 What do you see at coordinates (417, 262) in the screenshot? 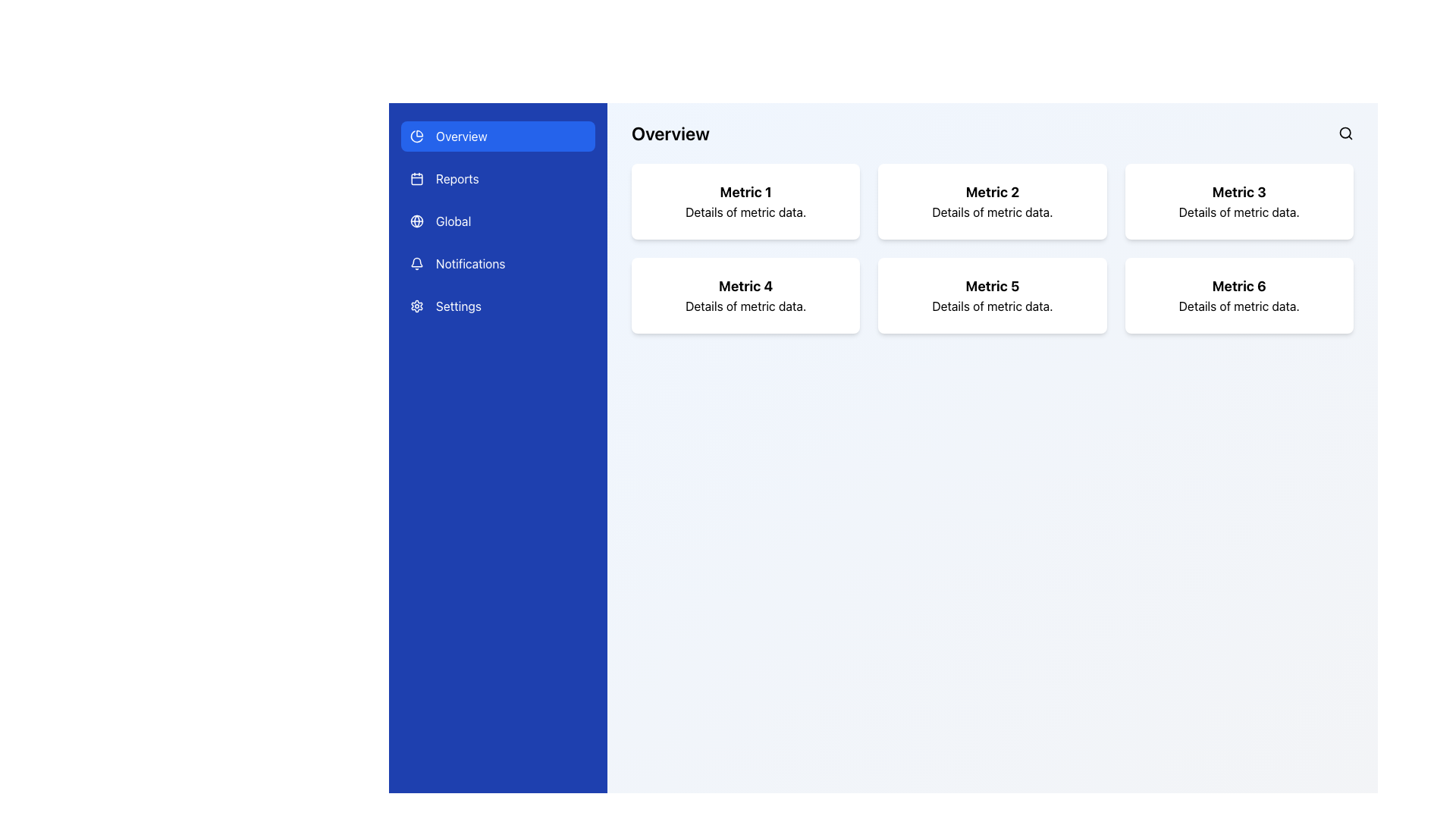
I see `the bell icon, which is a minimalist outline design in white on a blue background, located in the left navigation panel under the 'Notifications' menu option` at bounding box center [417, 262].